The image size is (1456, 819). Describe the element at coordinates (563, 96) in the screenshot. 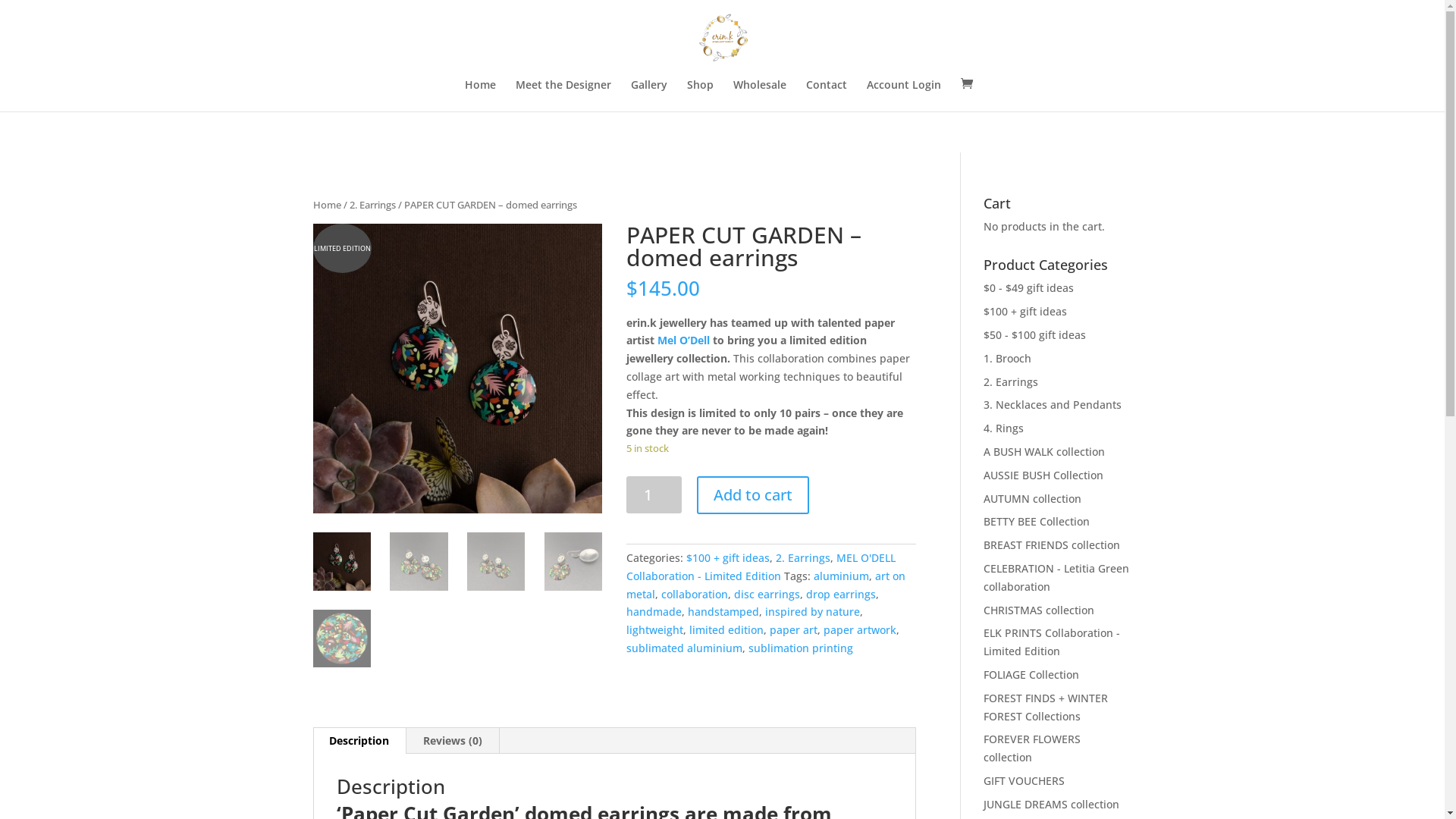

I see `'Meet the Designer'` at that location.